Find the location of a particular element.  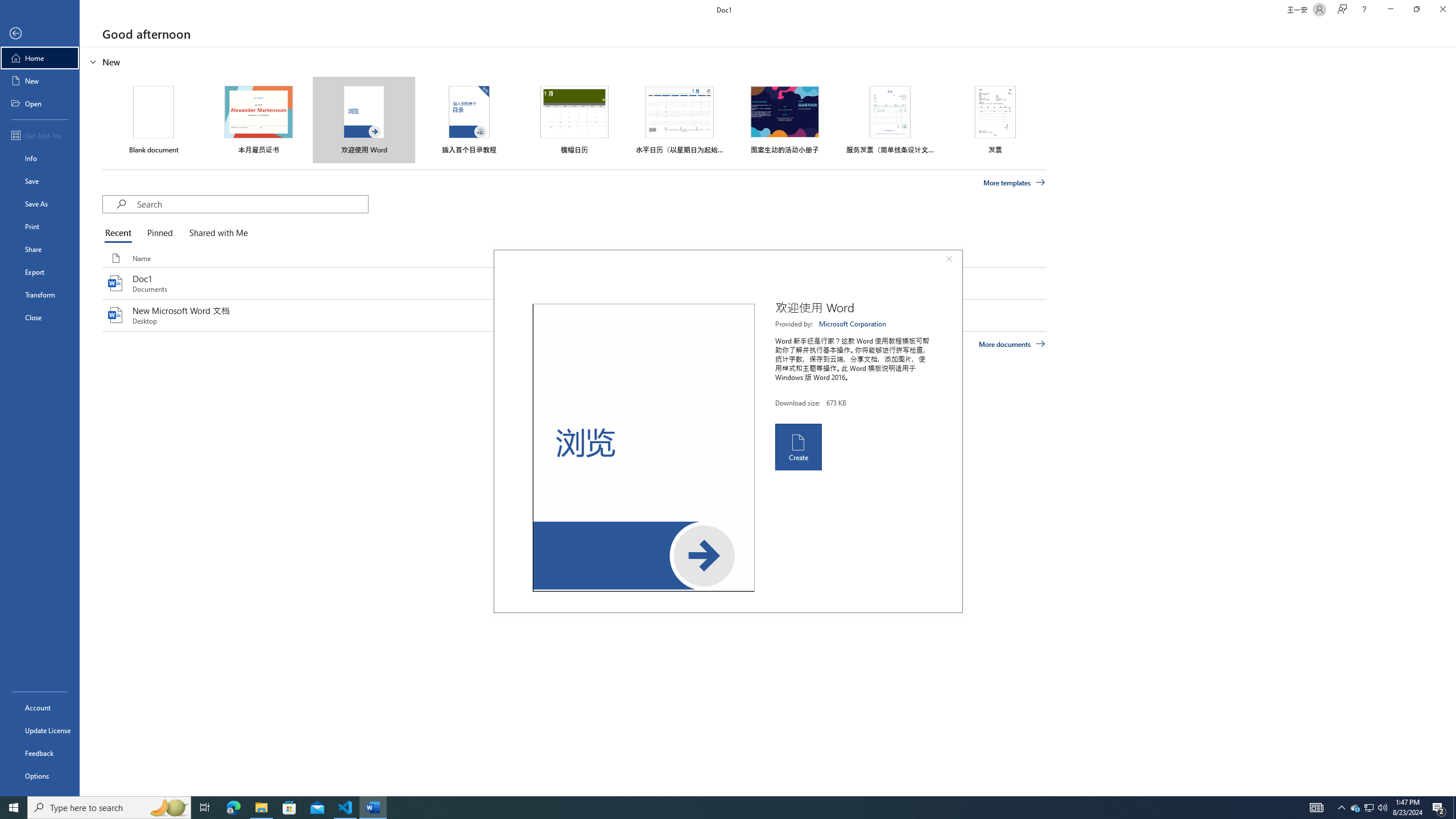

'Options' is located at coordinates (39, 775).